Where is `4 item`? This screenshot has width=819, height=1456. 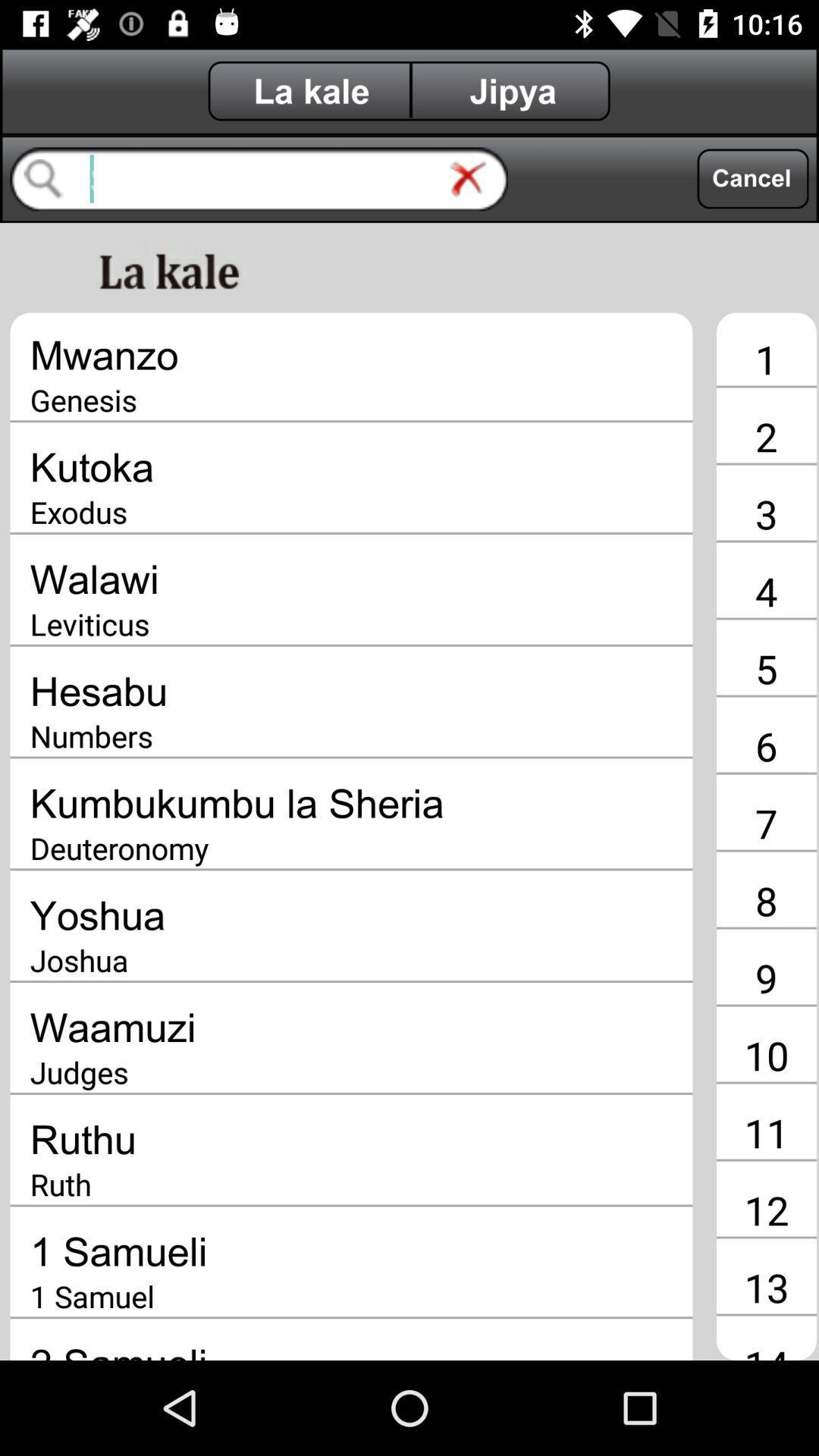 4 item is located at coordinates (766, 590).